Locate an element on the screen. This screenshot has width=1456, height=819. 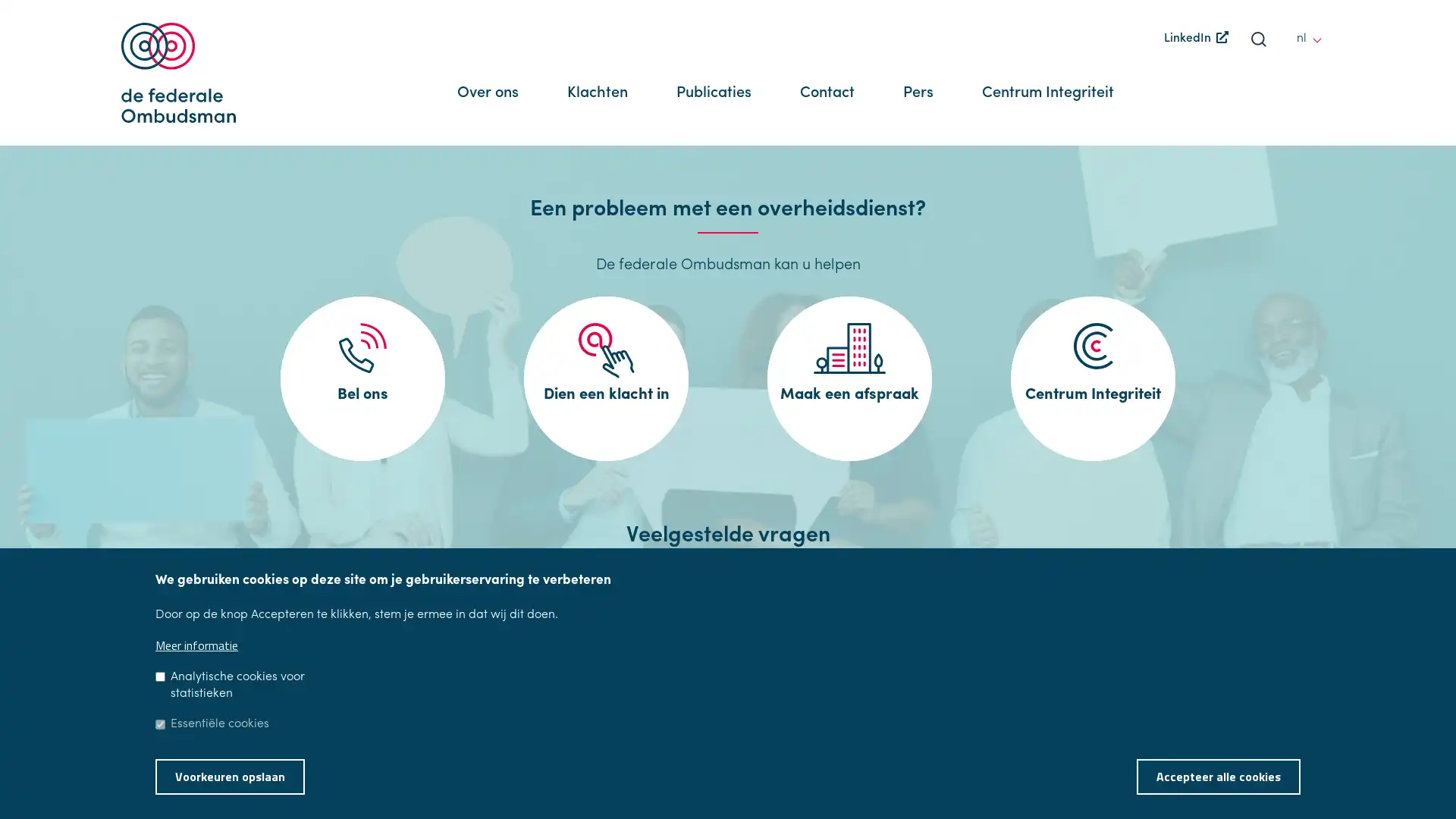
other languages is located at coordinates (1320, 37).